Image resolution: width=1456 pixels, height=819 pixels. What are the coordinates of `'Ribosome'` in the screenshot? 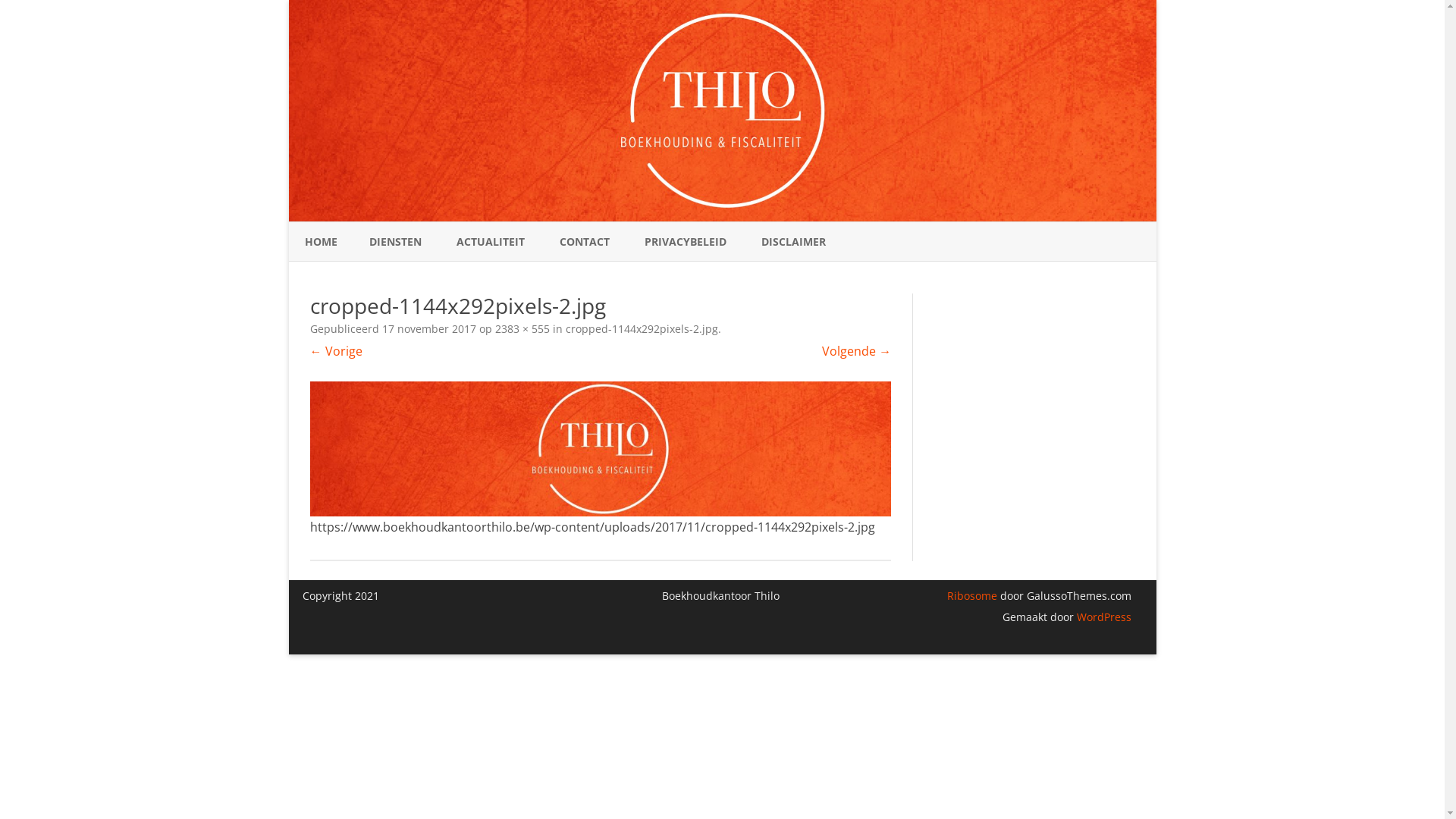 It's located at (971, 595).